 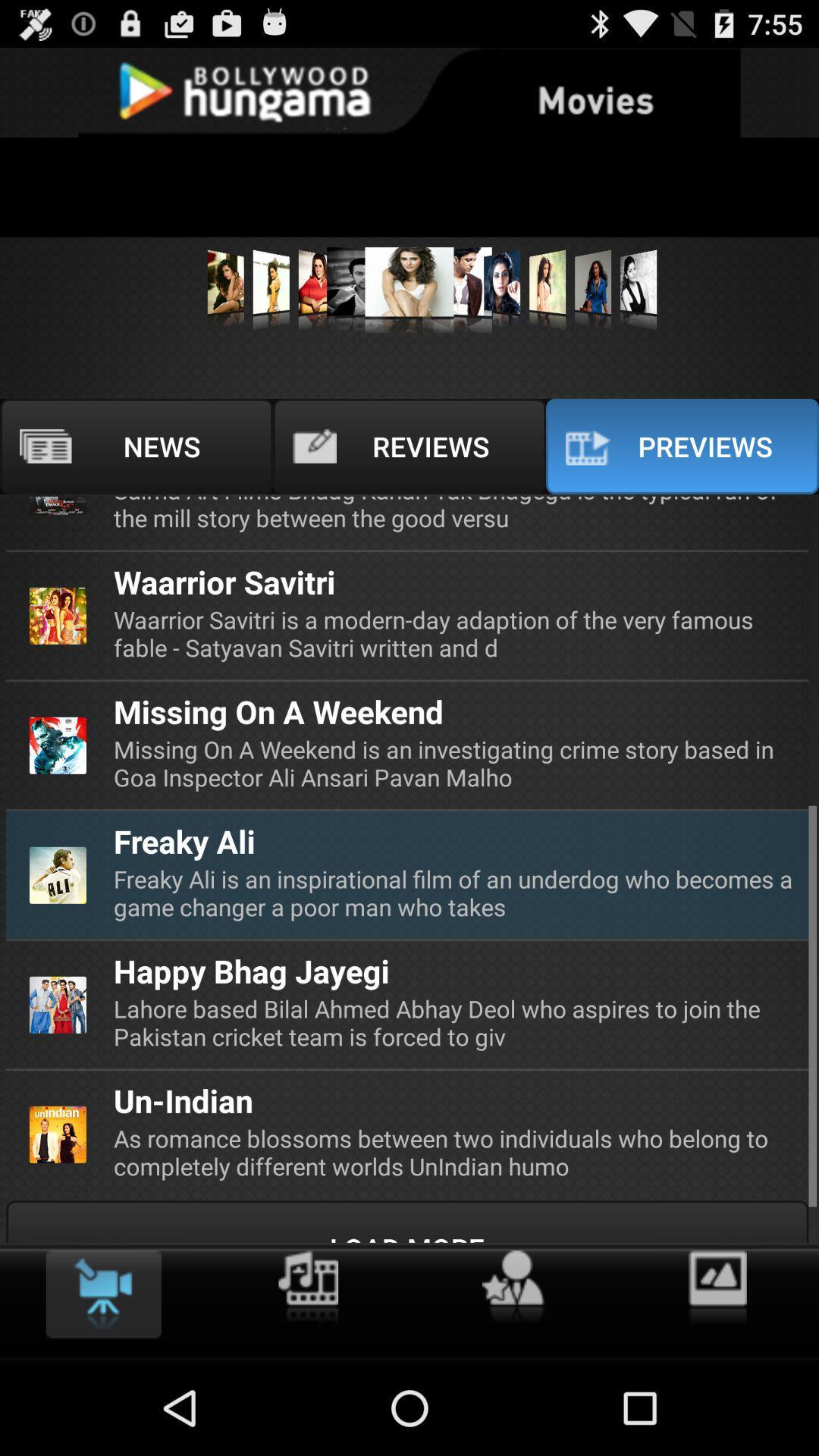 What do you see at coordinates (57, 1005) in the screenshot?
I see `image before happy bhag jayegi text` at bounding box center [57, 1005].